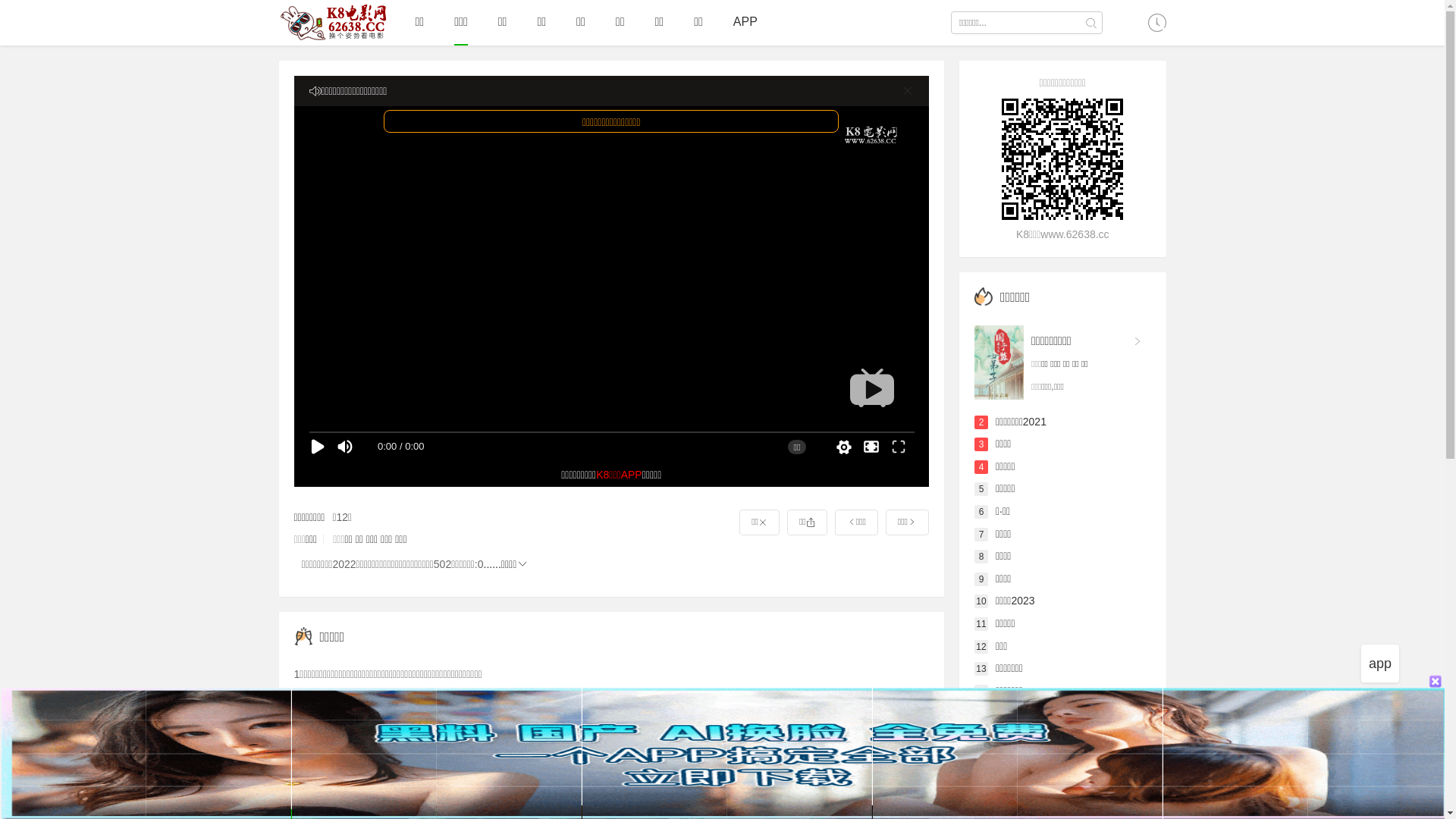  What do you see at coordinates (733, 22) in the screenshot?
I see `'APP'` at bounding box center [733, 22].